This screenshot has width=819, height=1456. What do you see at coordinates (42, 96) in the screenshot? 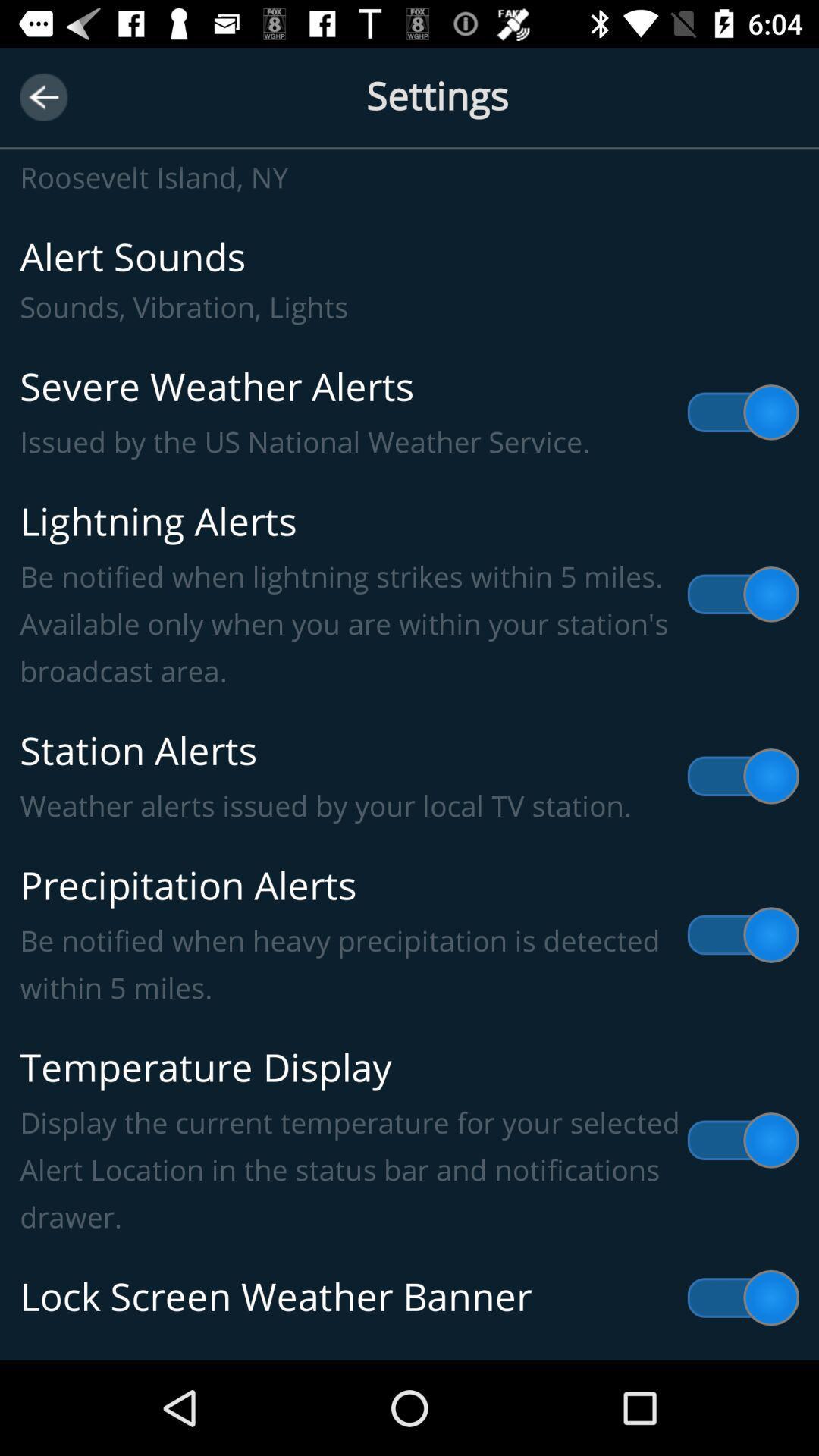
I see `the arrow_backward icon` at bounding box center [42, 96].